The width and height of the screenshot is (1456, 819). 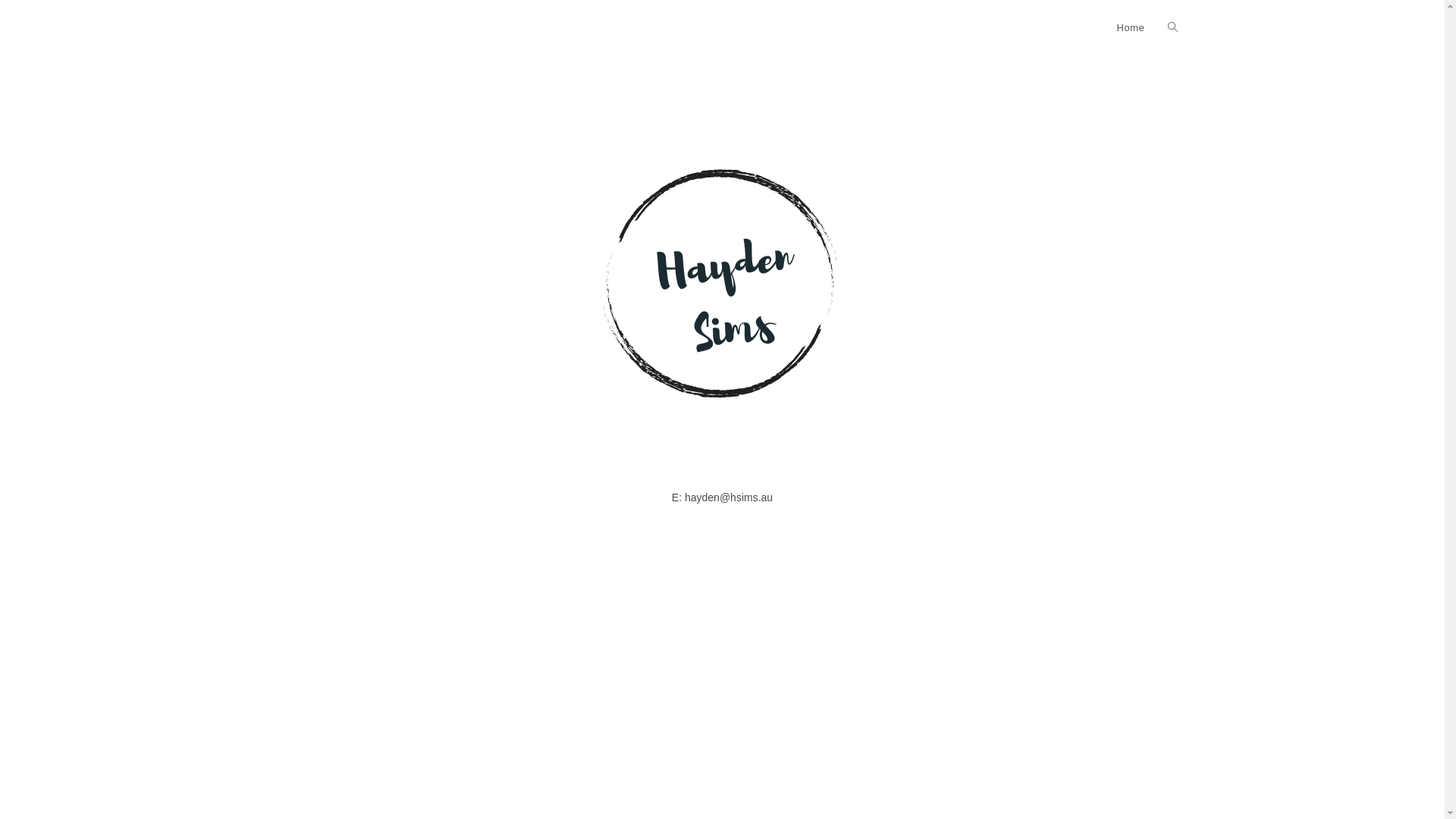 What do you see at coordinates (1130, 28) in the screenshot?
I see `'Home'` at bounding box center [1130, 28].